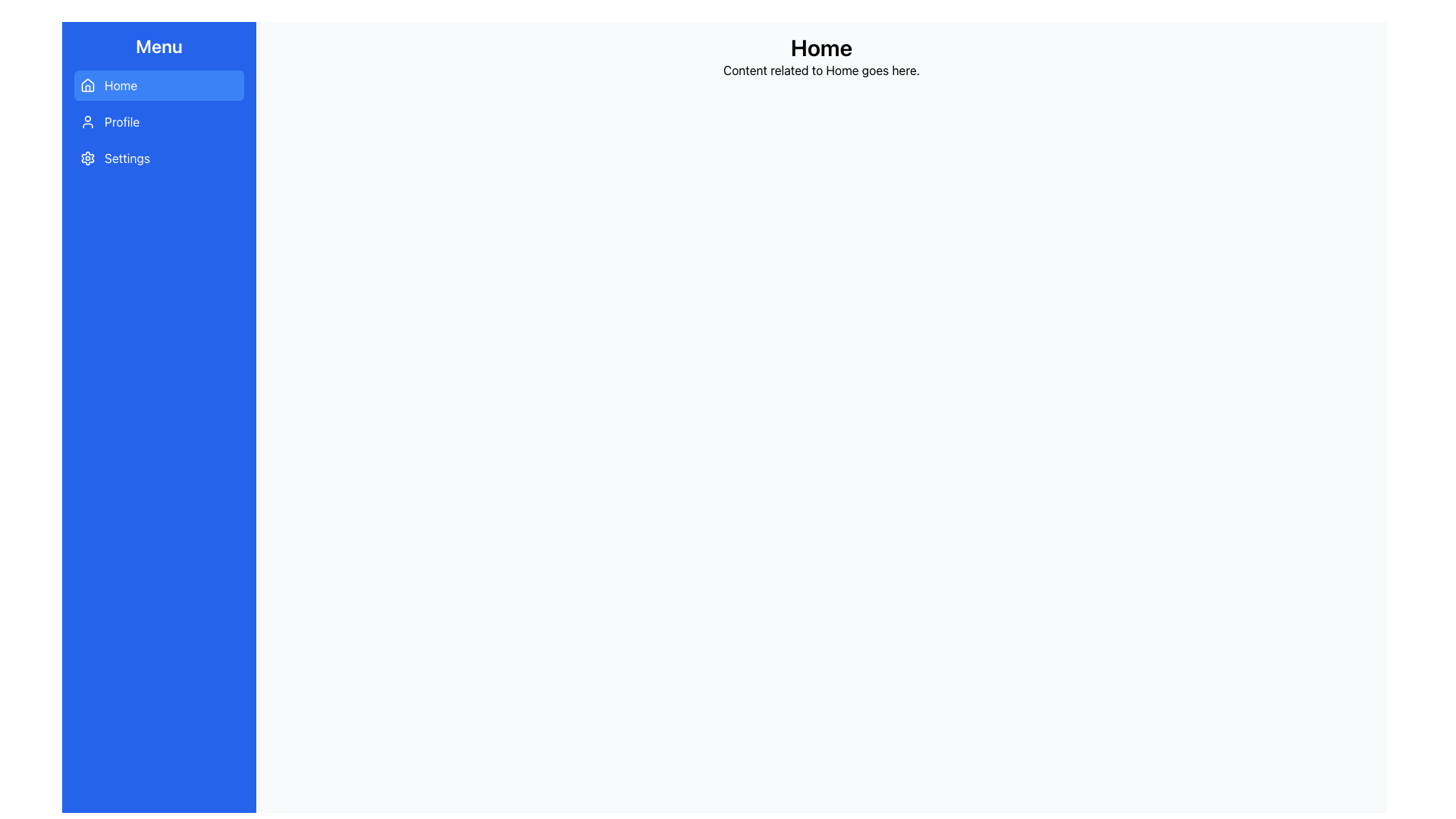  What do you see at coordinates (159, 121) in the screenshot?
I see `the 'Profile' button in the vertical menu component with a blue background` at bounding box center [159, 121].